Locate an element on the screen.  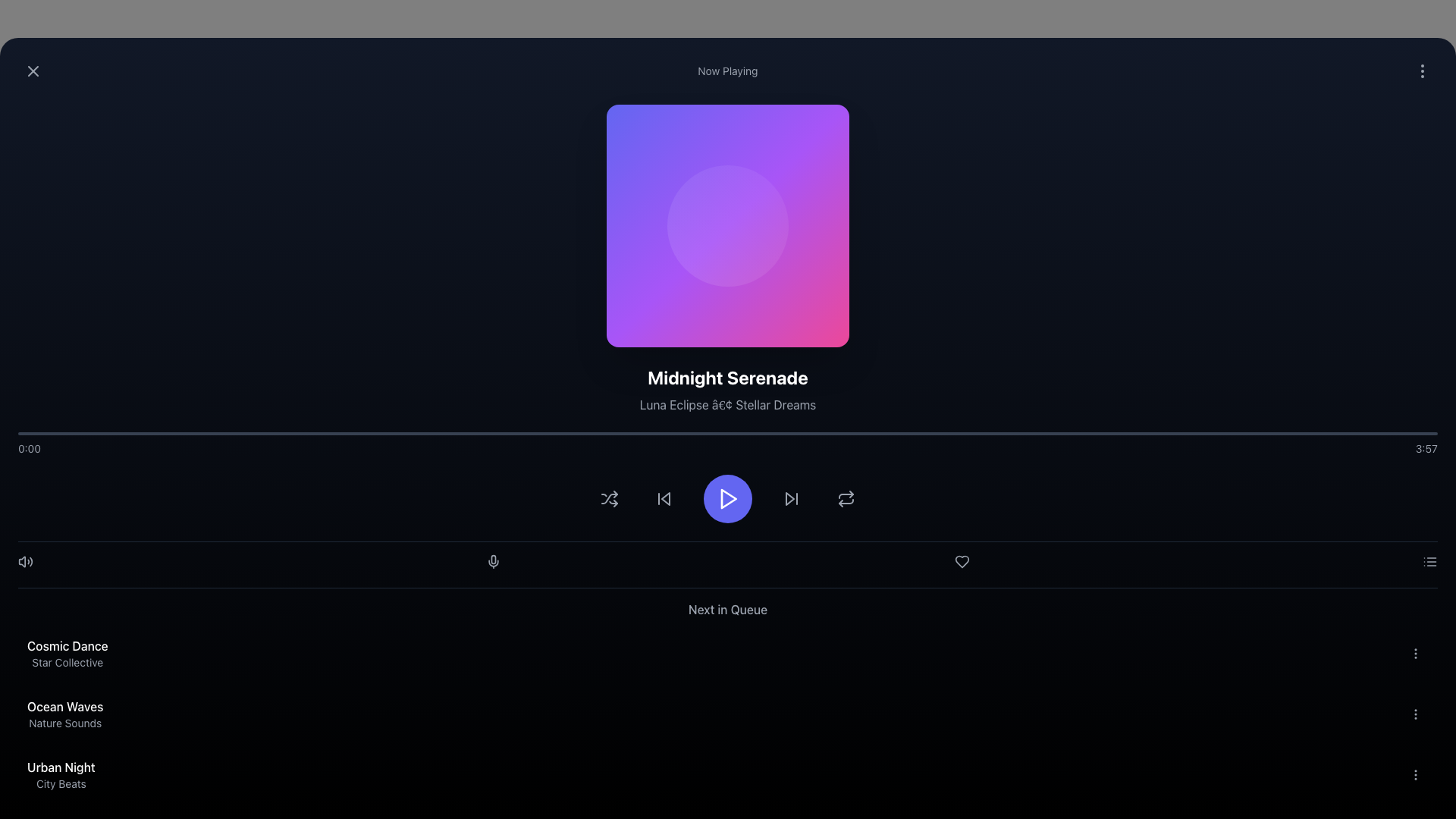
the skip-forward button located in the media player interface, positioned as the third button from the center to the right in the control bar is located at coordinates (790, 499).